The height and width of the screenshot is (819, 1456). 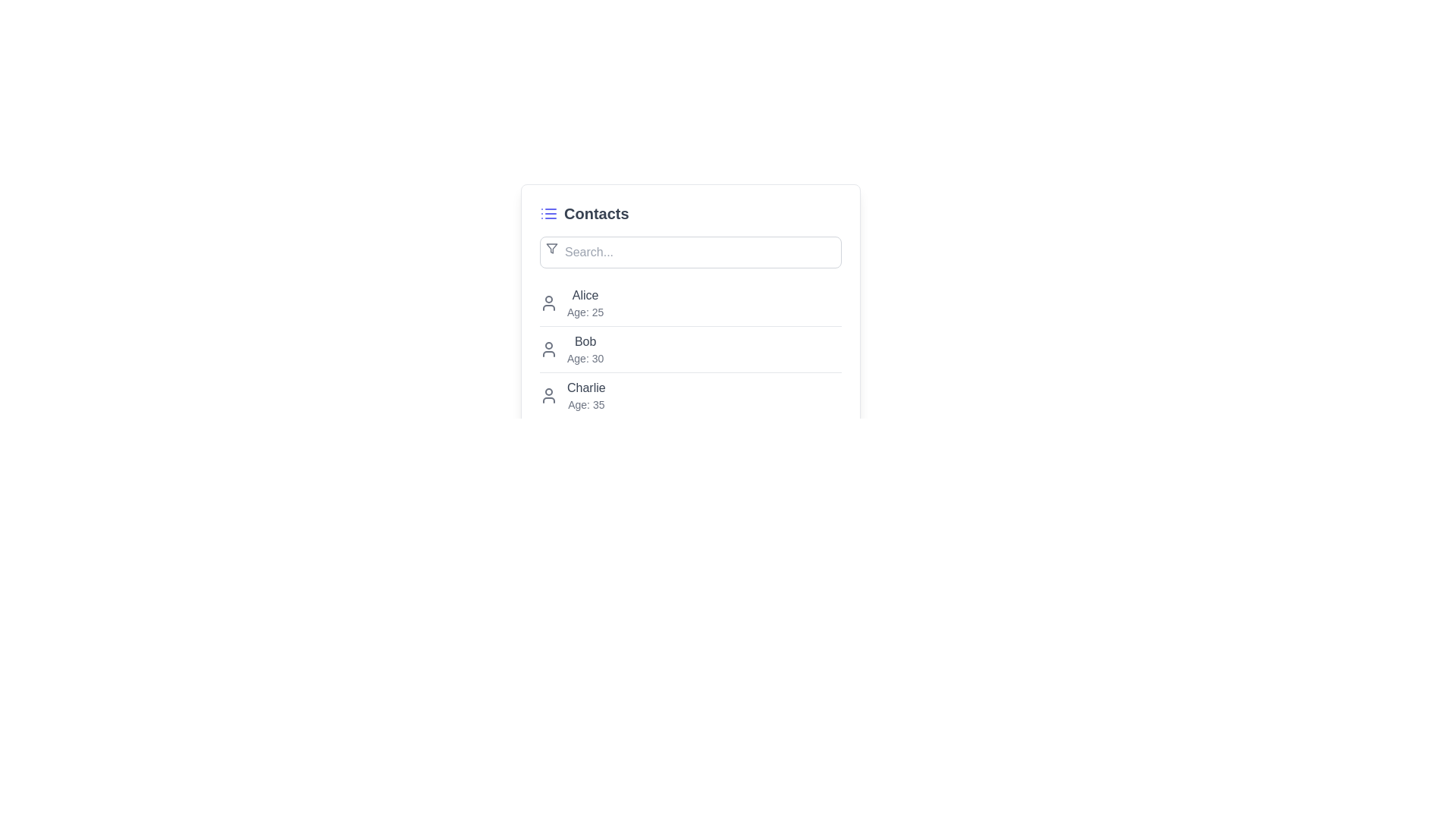 I want to click on the profile icon representing 'Bob' in the contact list, which is located to the left of the text 'Bob' and 'Age: 30', so click(x=548, y=350).